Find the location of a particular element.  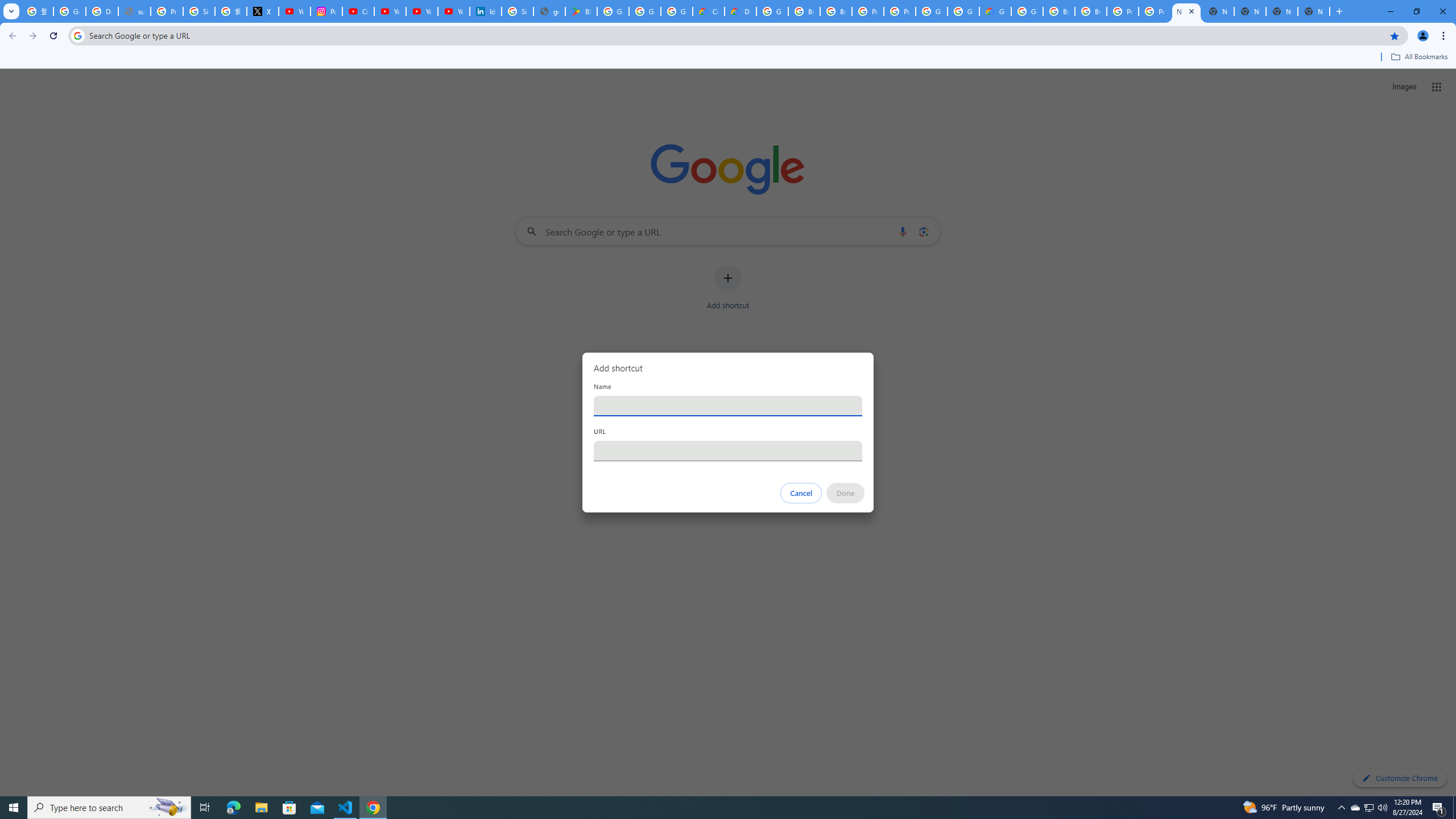

'Cancel' is located at coordinates (801, 493).